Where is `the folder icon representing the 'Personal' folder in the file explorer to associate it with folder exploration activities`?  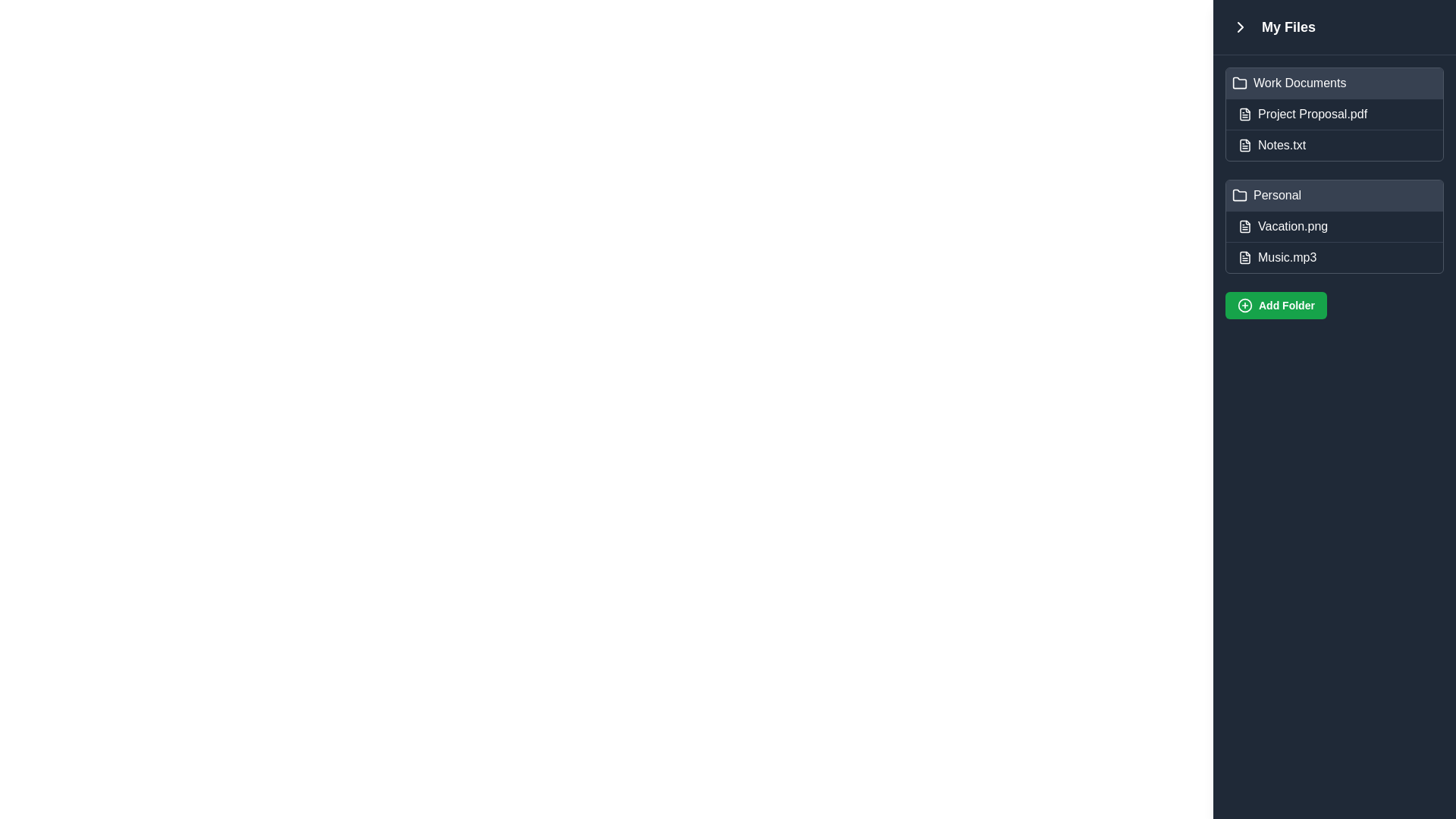
the folder icon representing the 'Personal' folder in the file explorer to associate it with folder exploration activities is located at coordinates (1240, 194).